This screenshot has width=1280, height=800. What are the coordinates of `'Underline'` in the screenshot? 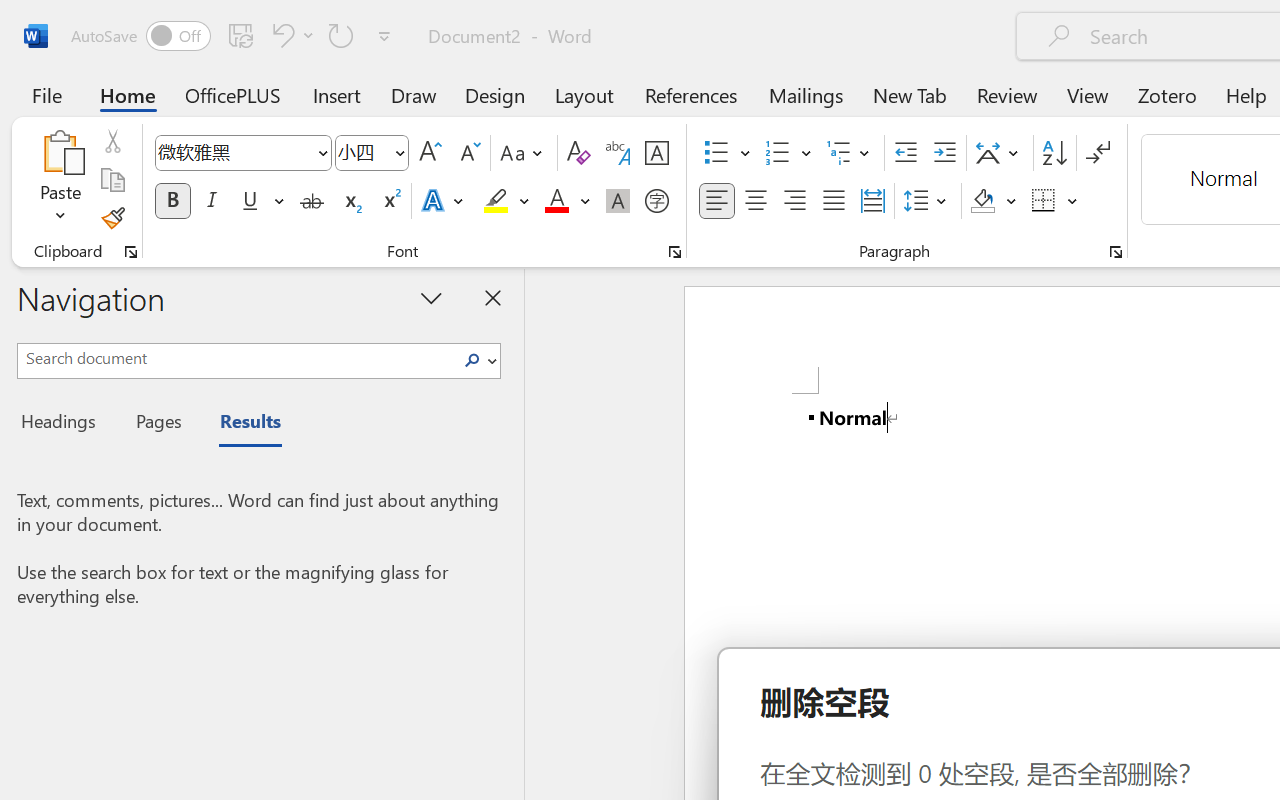 It's located at (260, 201).